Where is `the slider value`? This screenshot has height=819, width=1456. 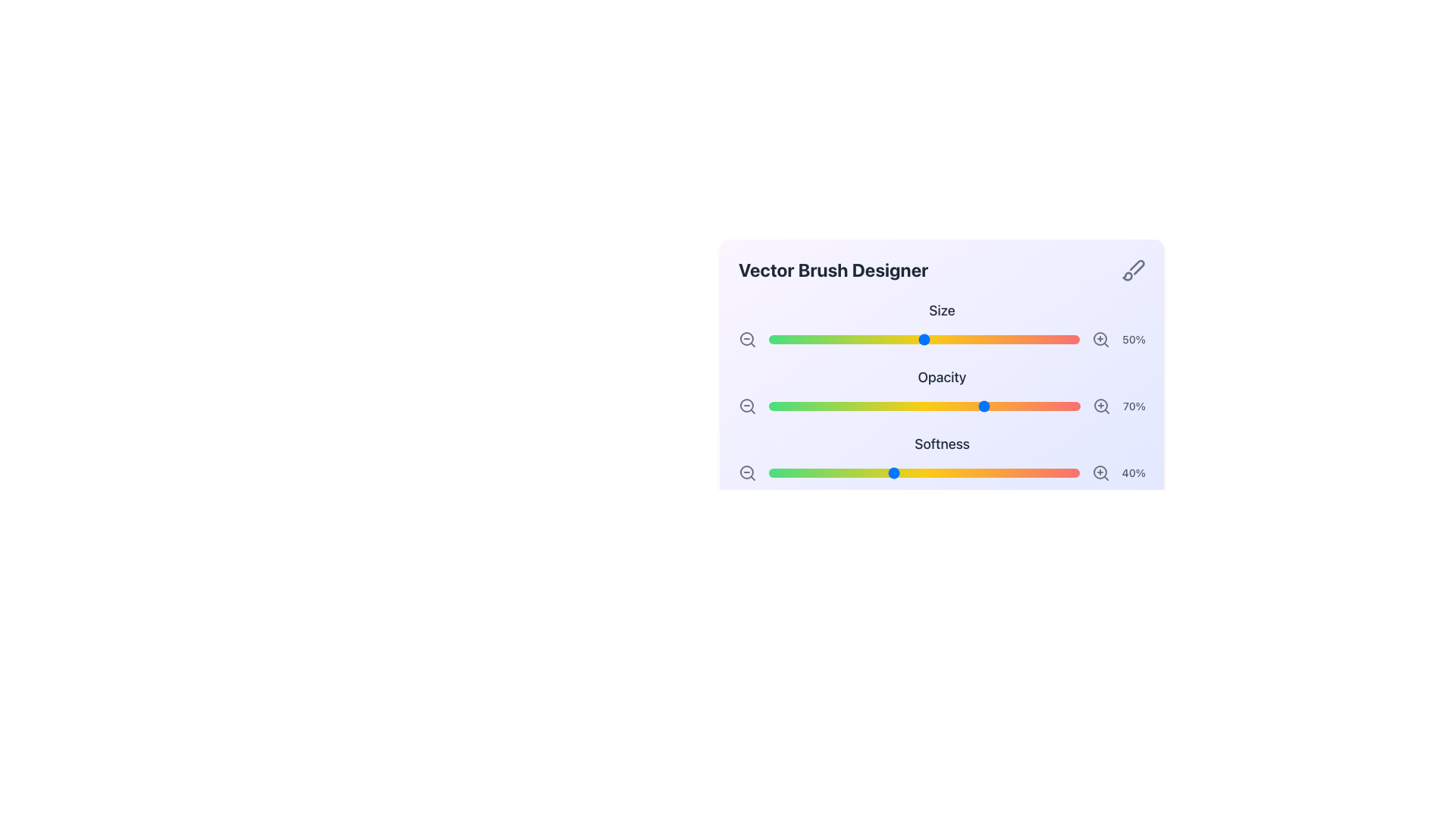
the slider value is located at coordinates (858, 338).